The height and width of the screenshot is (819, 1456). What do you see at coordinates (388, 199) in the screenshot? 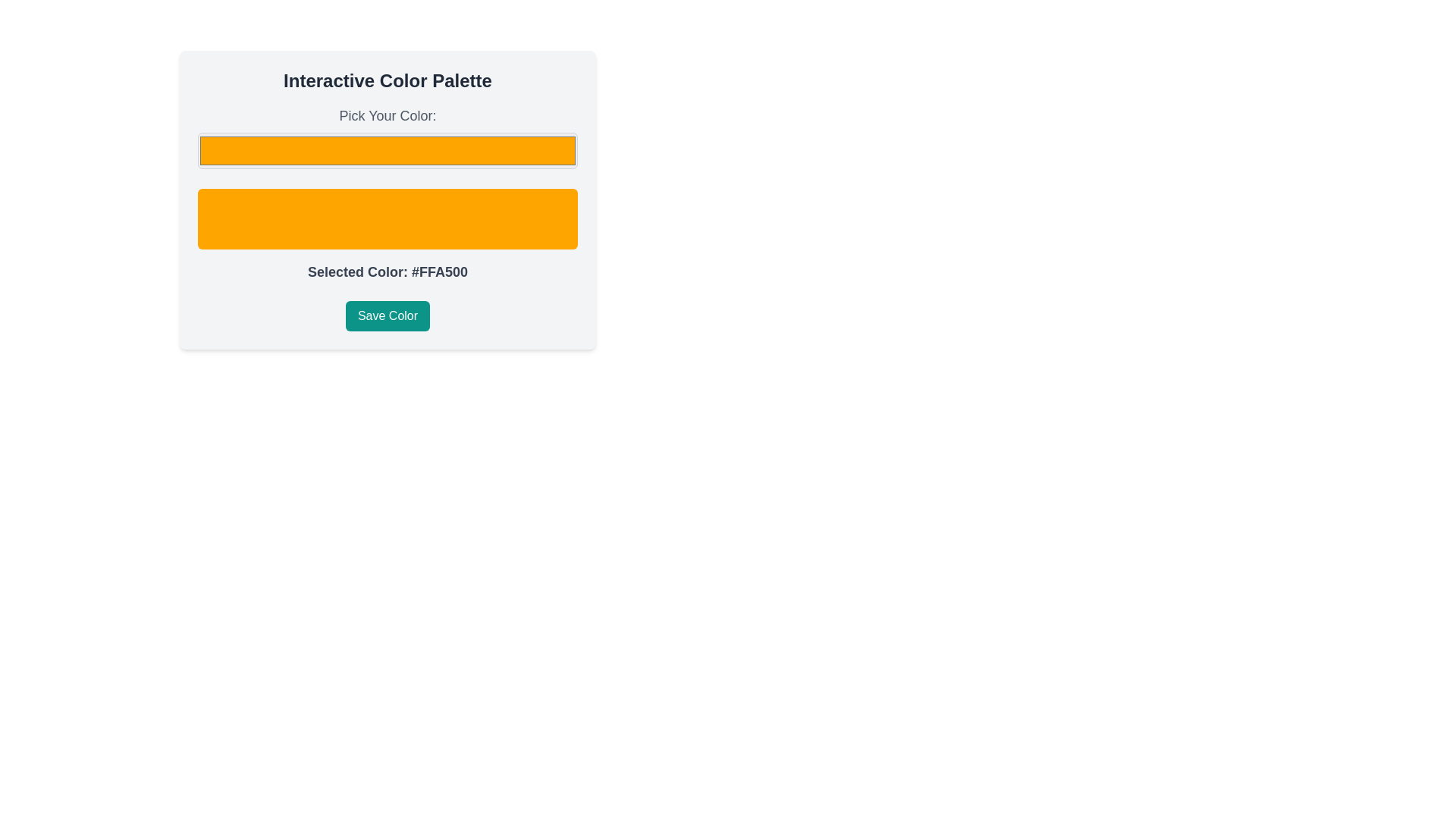
I see `the Color Preview Box located within the 'Interactive Color Palette' panel, which visually previews the color selected by the user` at bounding box center [388, 199].